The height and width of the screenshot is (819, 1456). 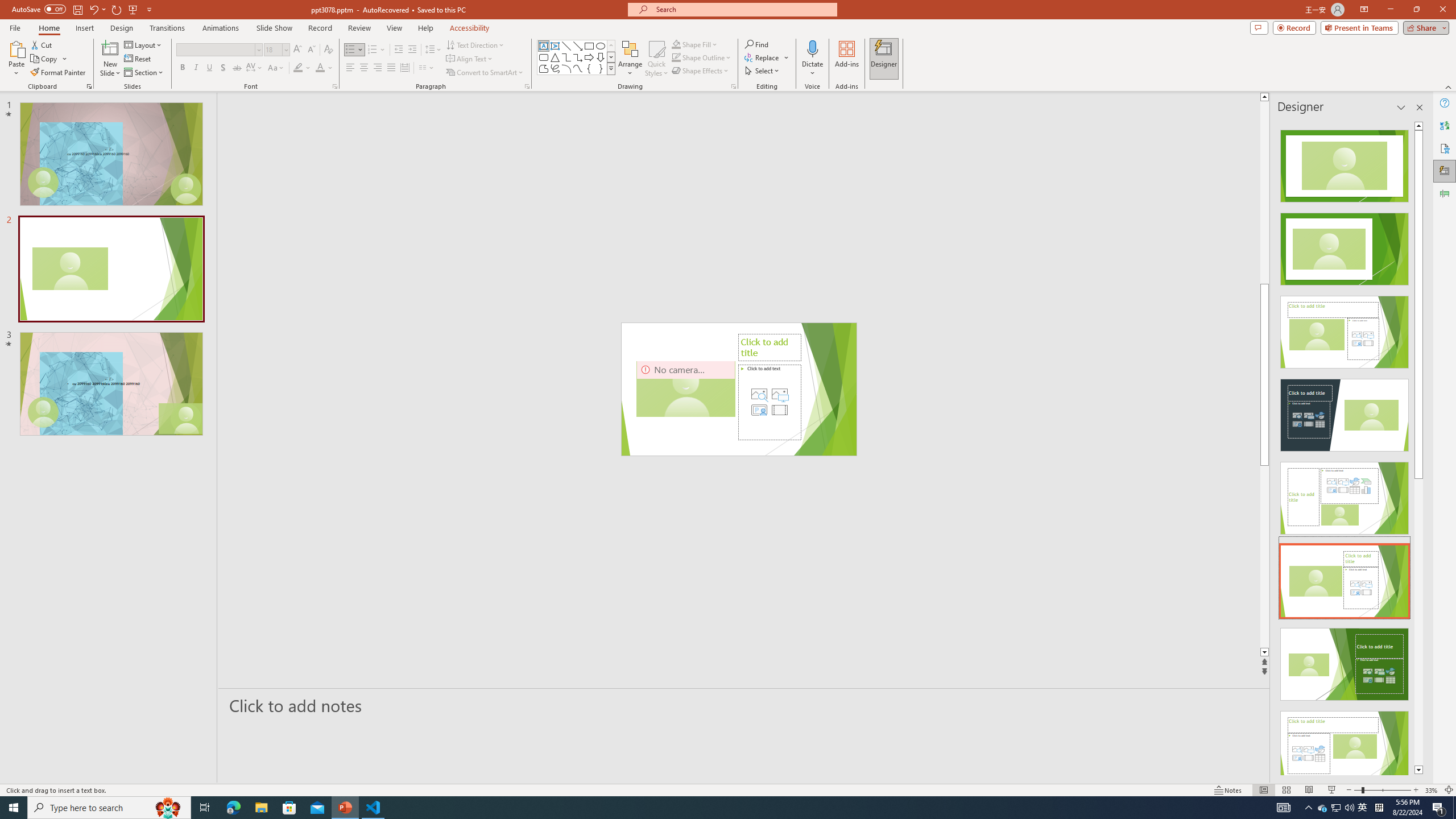 I want to click on 'Stock Images', so click(x=759, y=394).